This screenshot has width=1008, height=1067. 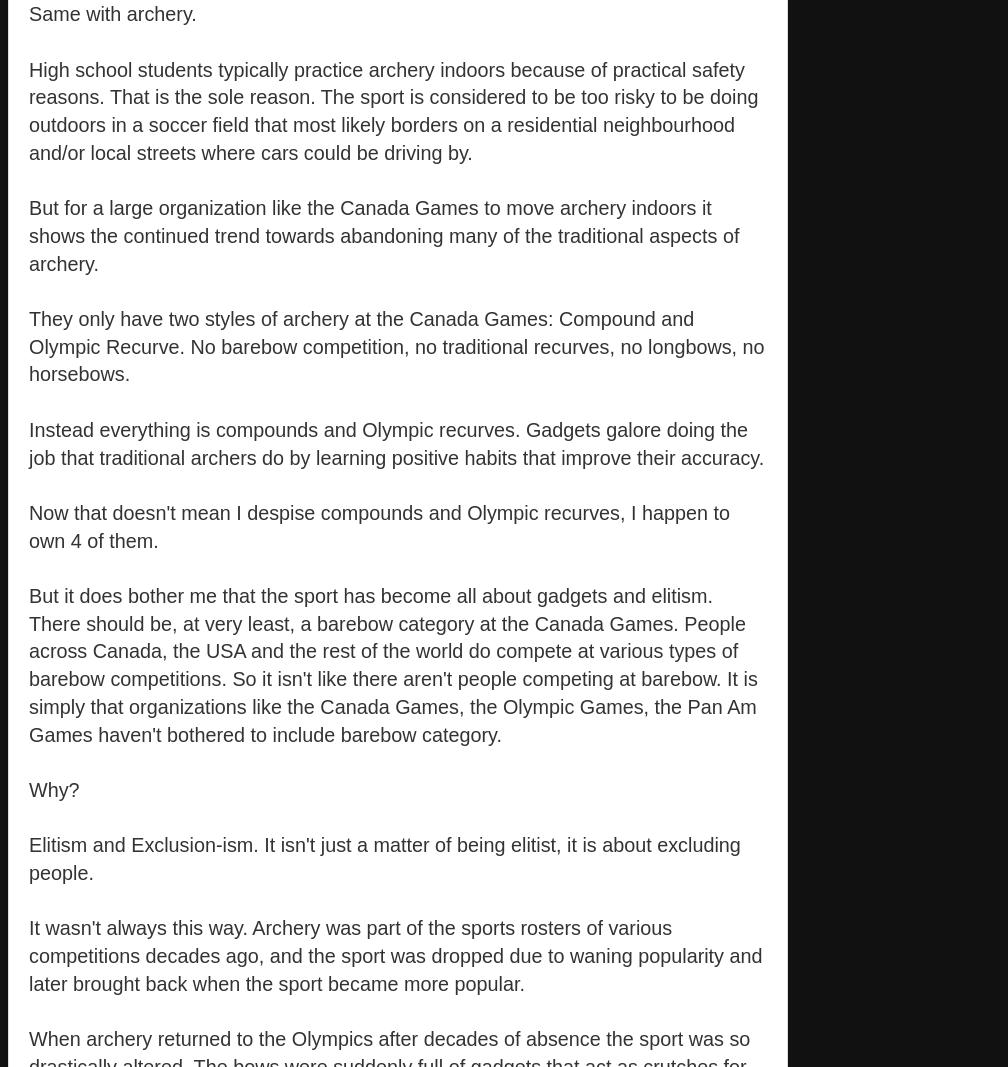 What do you see at coordinates (396, 442) in the screenshot?
I see `'Instead everything is compounds and Olympic recurves. Gadgets galore doing the job that traditional archers do by learning positive habits that improve their accuracy.'` at bounding box center [396, 442].